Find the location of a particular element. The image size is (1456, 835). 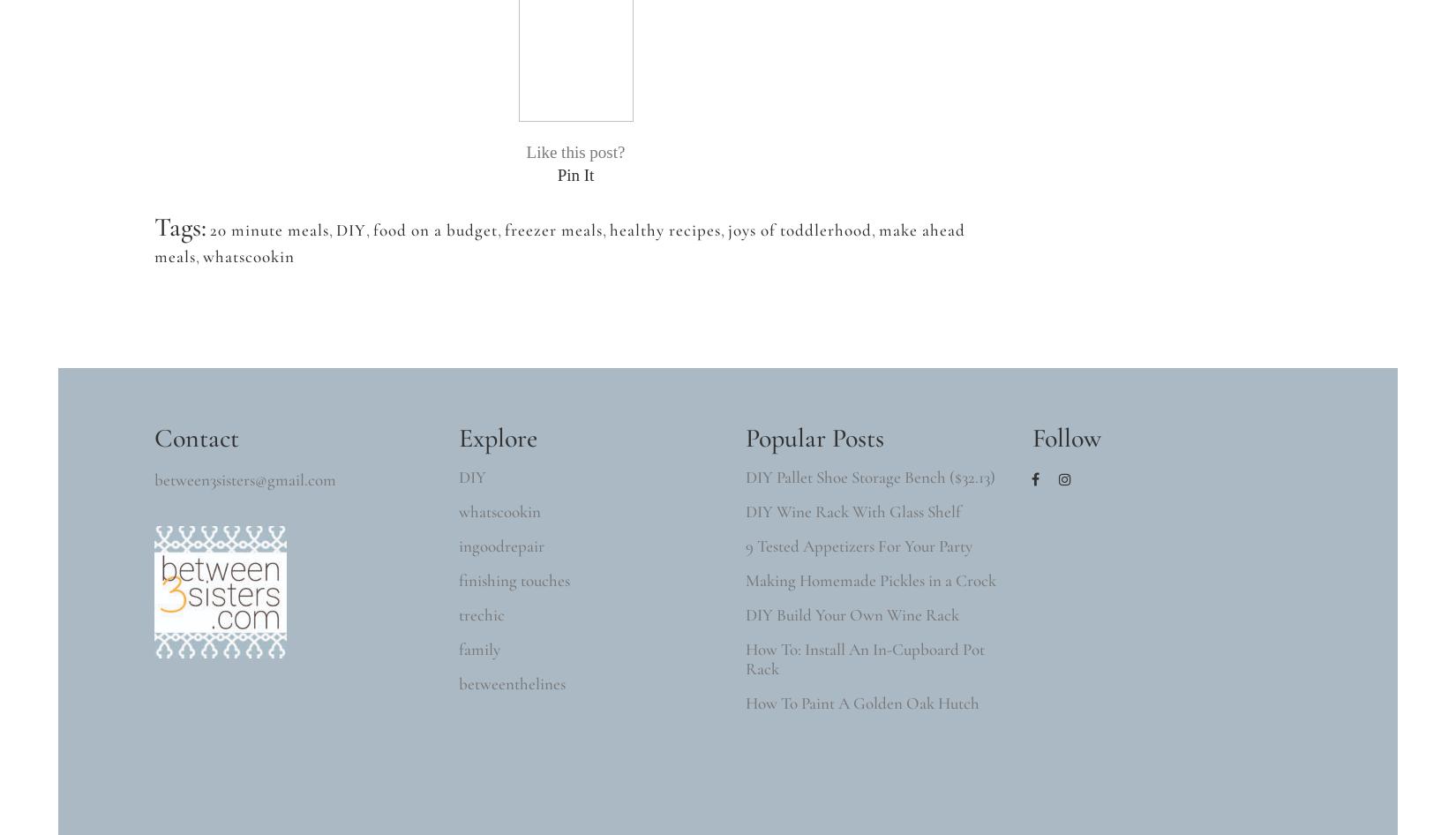

'healthy recipes' is located at coordinates (609, 229).